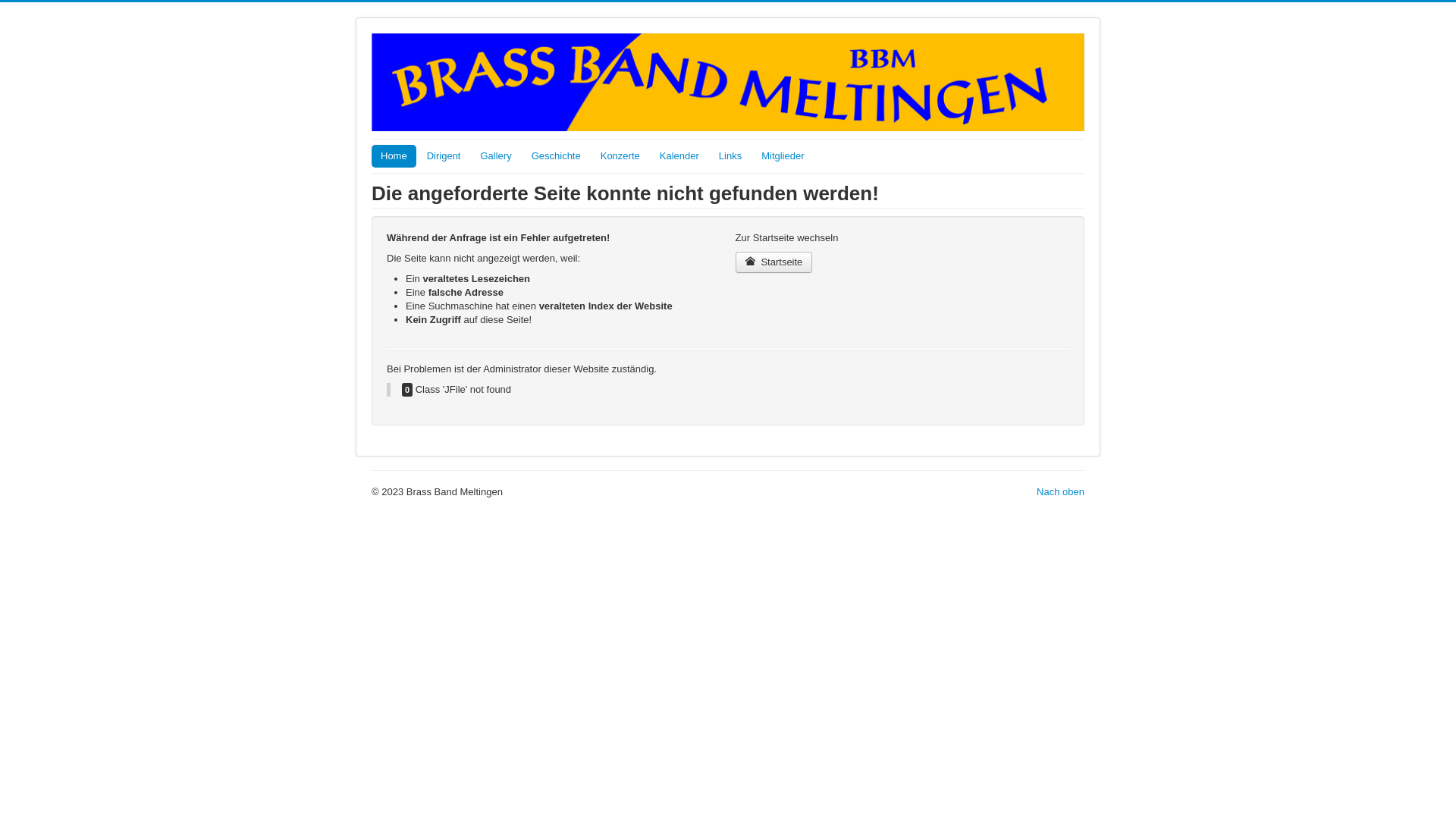  I want to click on 'Links', so click(730, 155).